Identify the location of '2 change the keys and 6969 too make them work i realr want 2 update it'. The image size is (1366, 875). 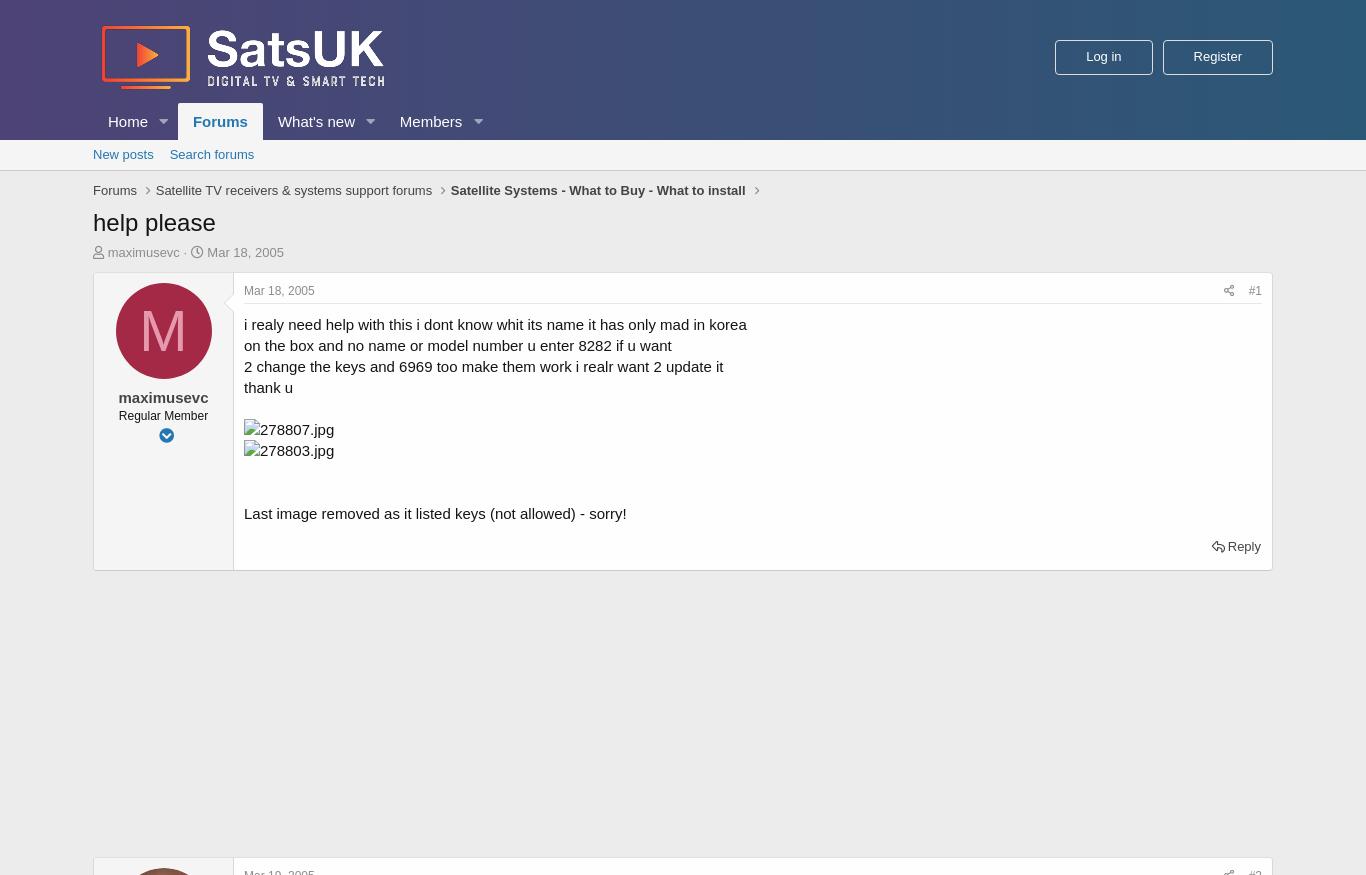
(483, 366).